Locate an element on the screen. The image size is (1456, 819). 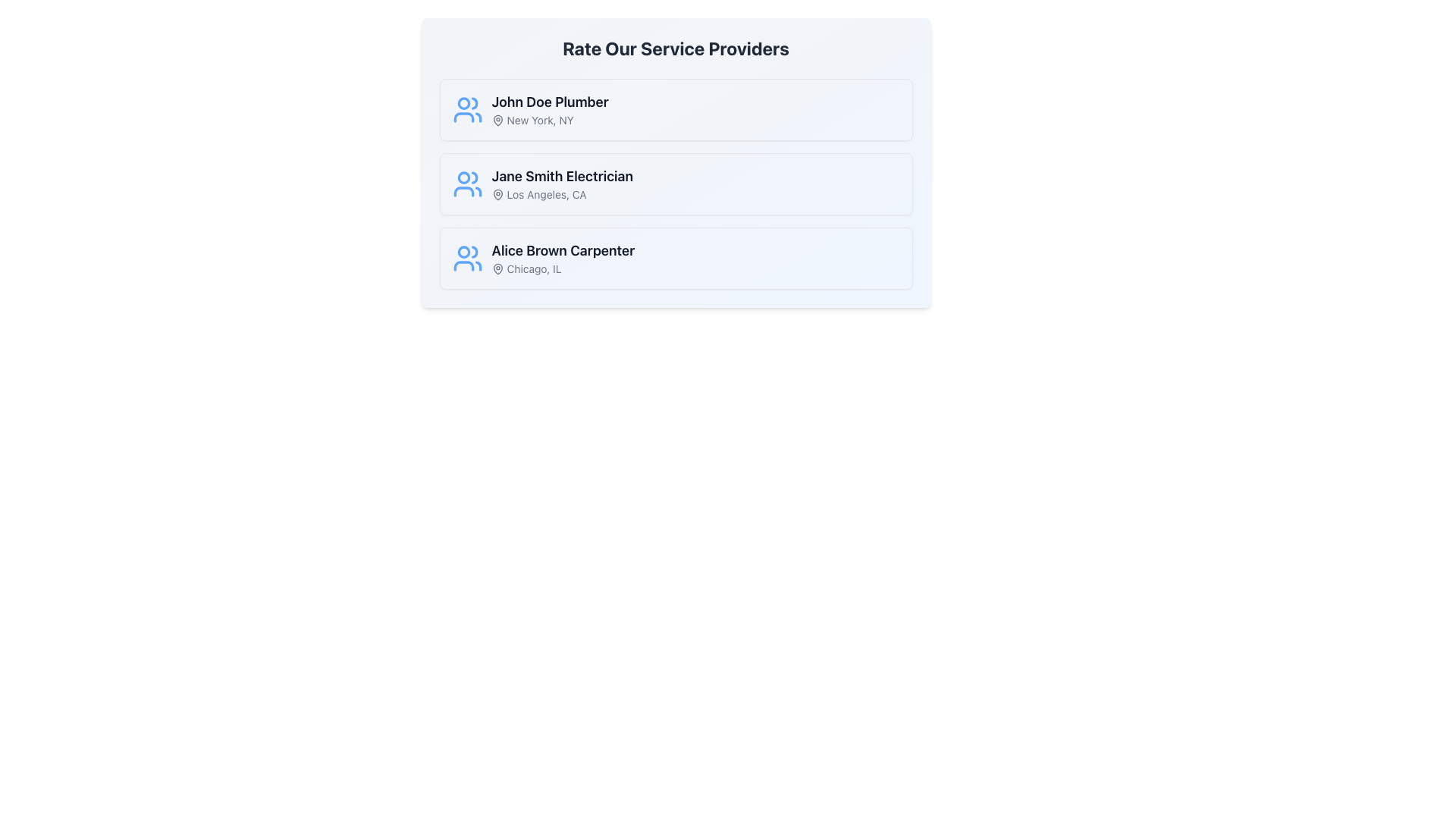
the label displaying the location of the individual mentioned, which is located directly beneath the 'Jane Smith Electrician' text is located at coordinates (561, 194).